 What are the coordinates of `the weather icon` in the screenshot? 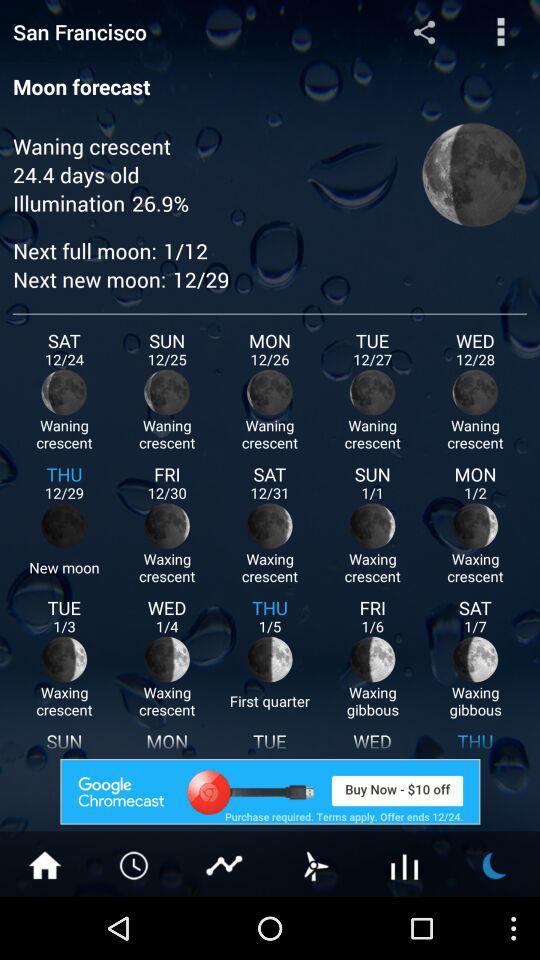 It's located at (314, 925).